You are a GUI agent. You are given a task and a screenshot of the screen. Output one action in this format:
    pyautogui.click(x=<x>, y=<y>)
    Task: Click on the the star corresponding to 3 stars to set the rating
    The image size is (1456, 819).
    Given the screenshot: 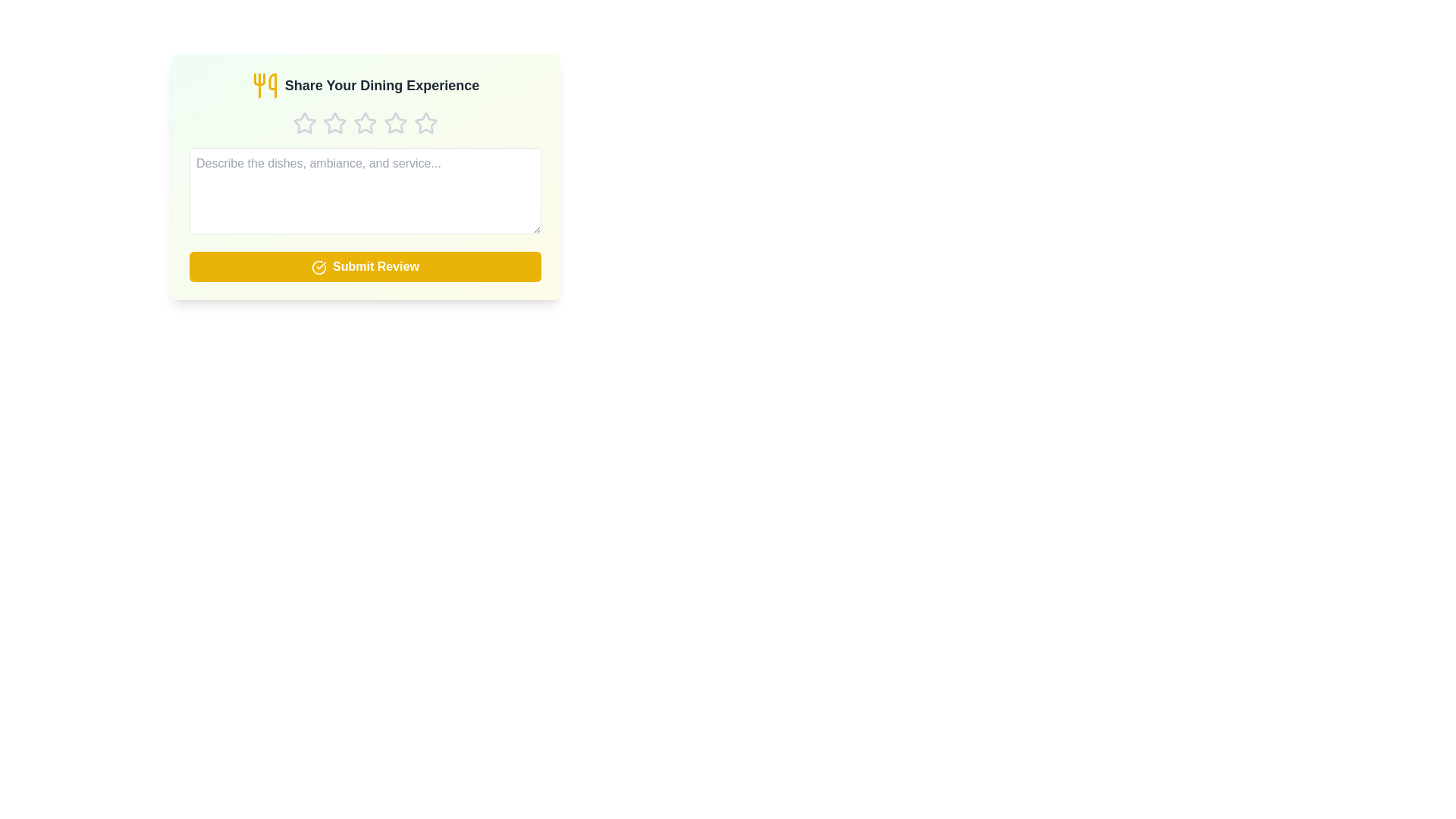 What is the action you would take?
    pyautogui.click(x=365, y=122)
    